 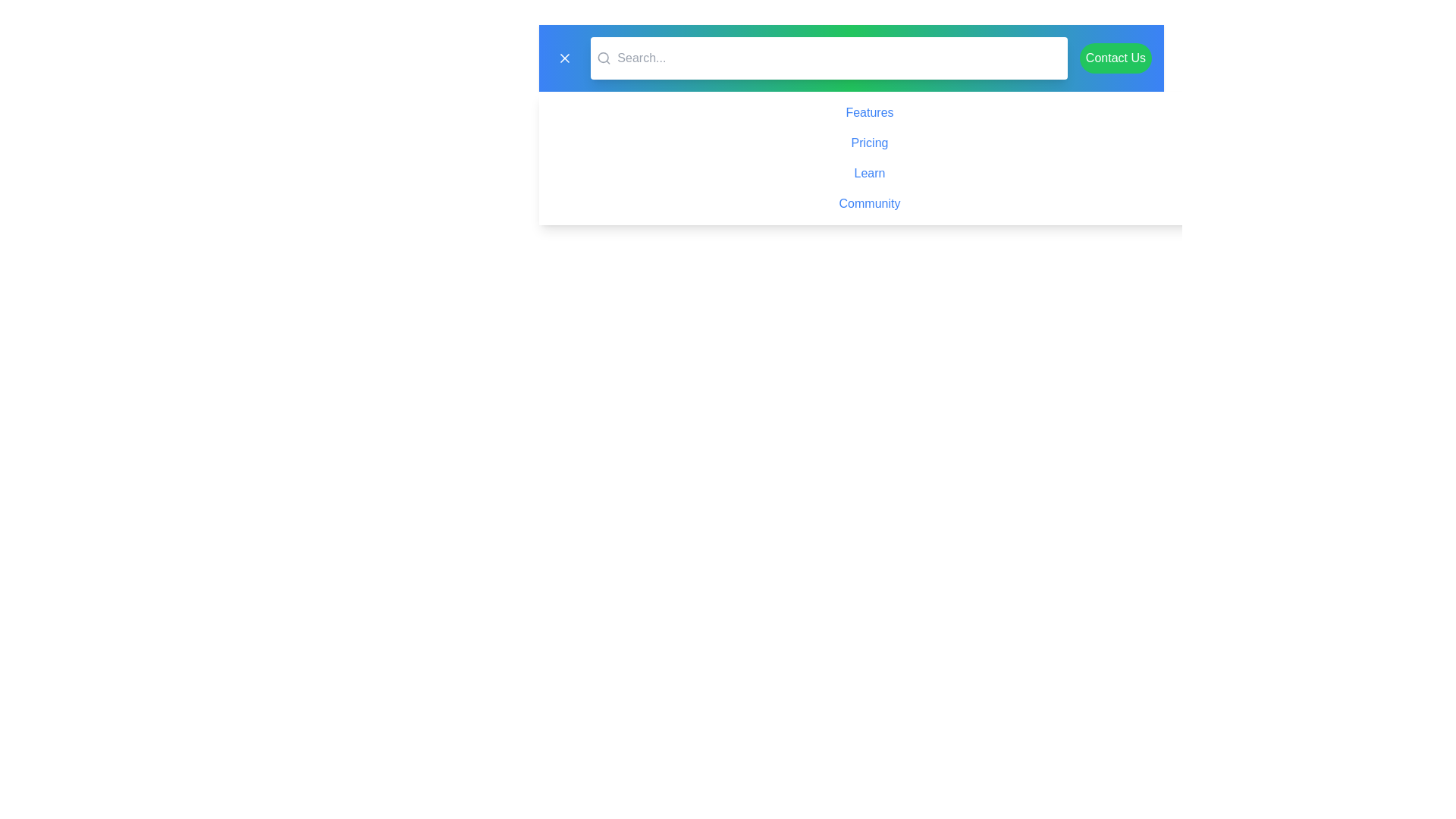 What do you see at coordinates (1115, 58) in the screenshot?
I see `the green 'Contact Us' button located at the far-right side of the horizontal bar` at bounding box center [1115, 58].